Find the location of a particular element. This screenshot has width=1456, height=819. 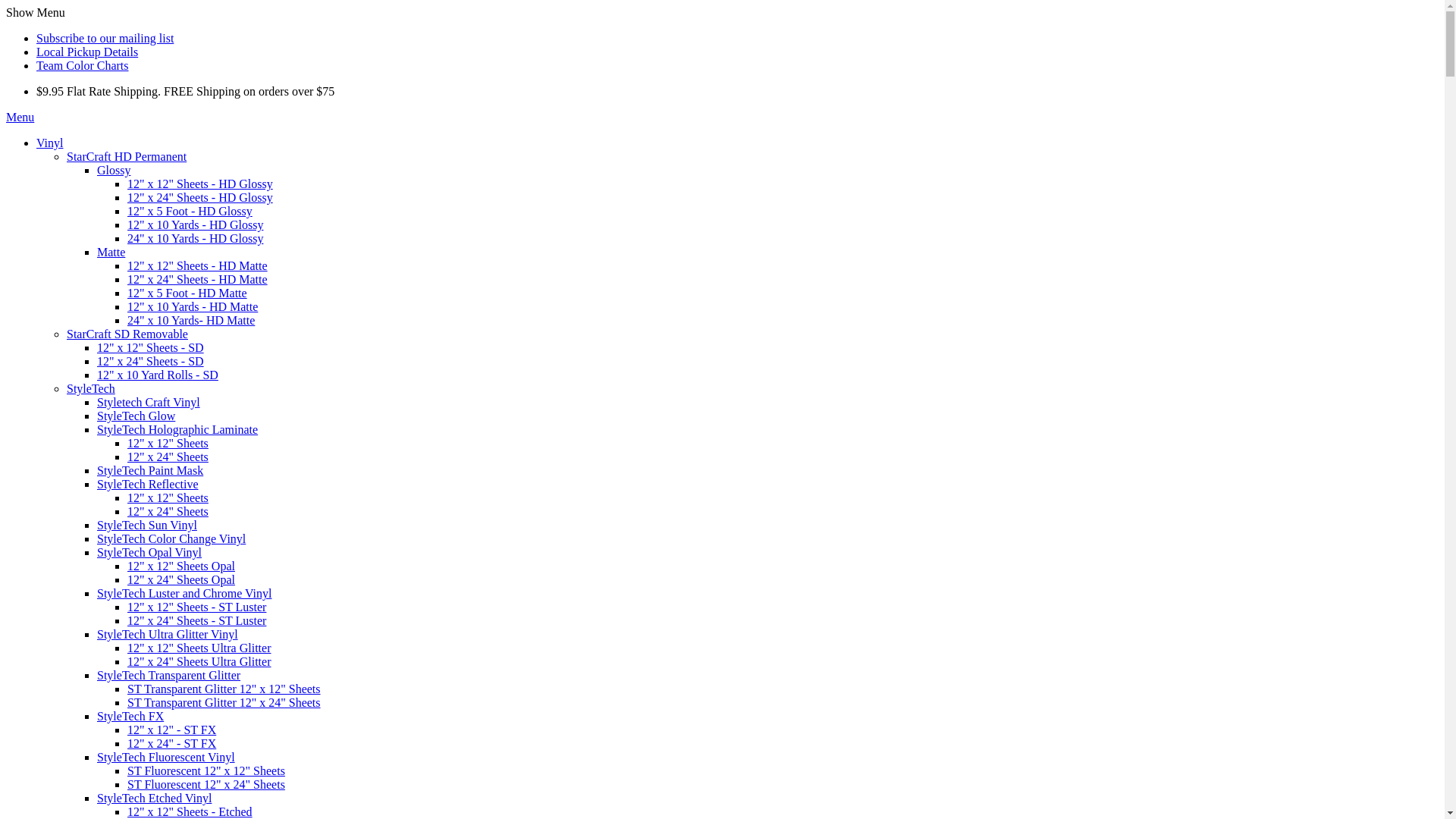

'ST Transparent Glitter 12" x 12" Sheets' is located at coordinates (223, 689).